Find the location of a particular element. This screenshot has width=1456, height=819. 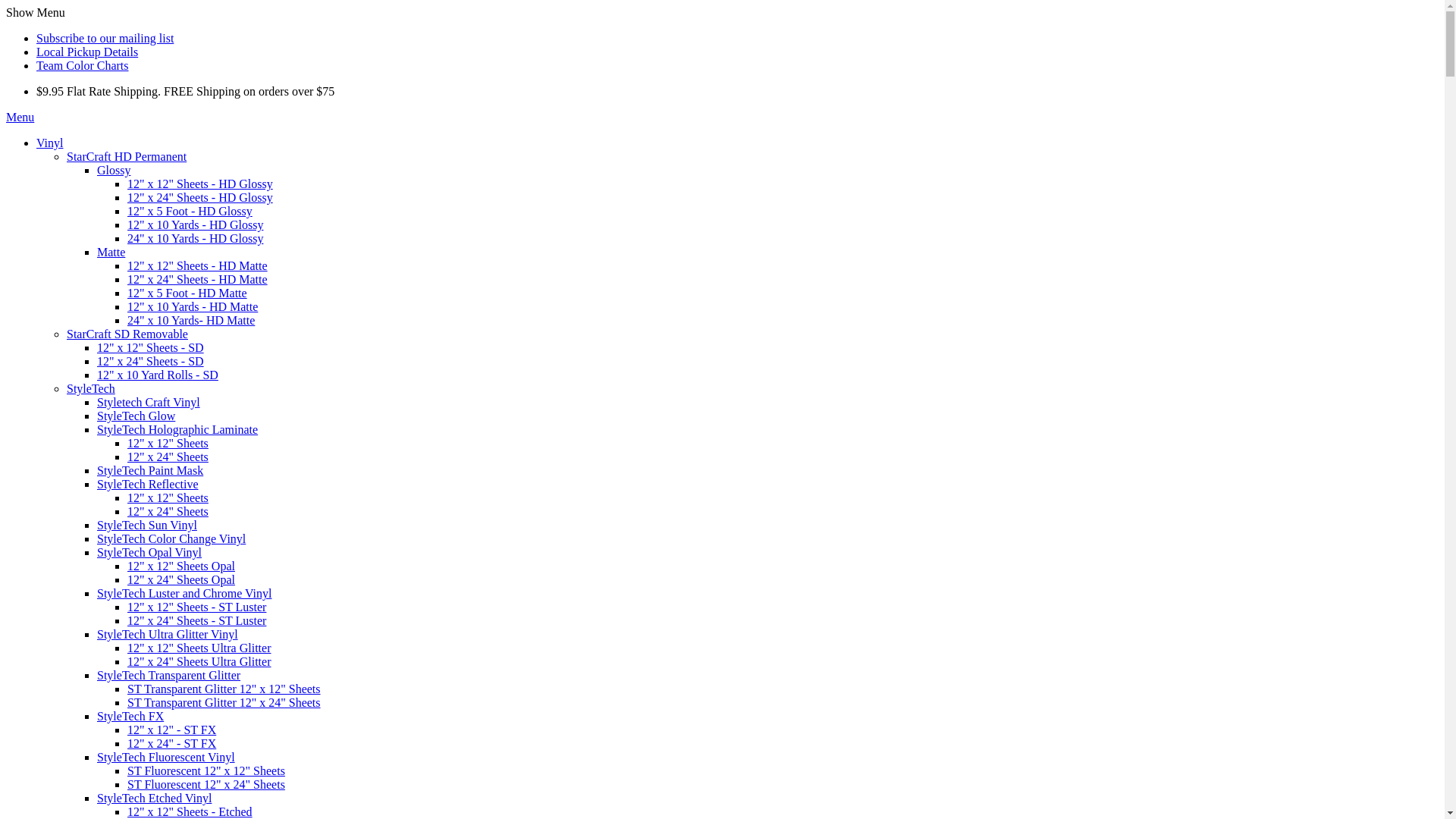

'ST Transparent Glitter 12" x 12" Sheets' is located at coordinates (223, 689).